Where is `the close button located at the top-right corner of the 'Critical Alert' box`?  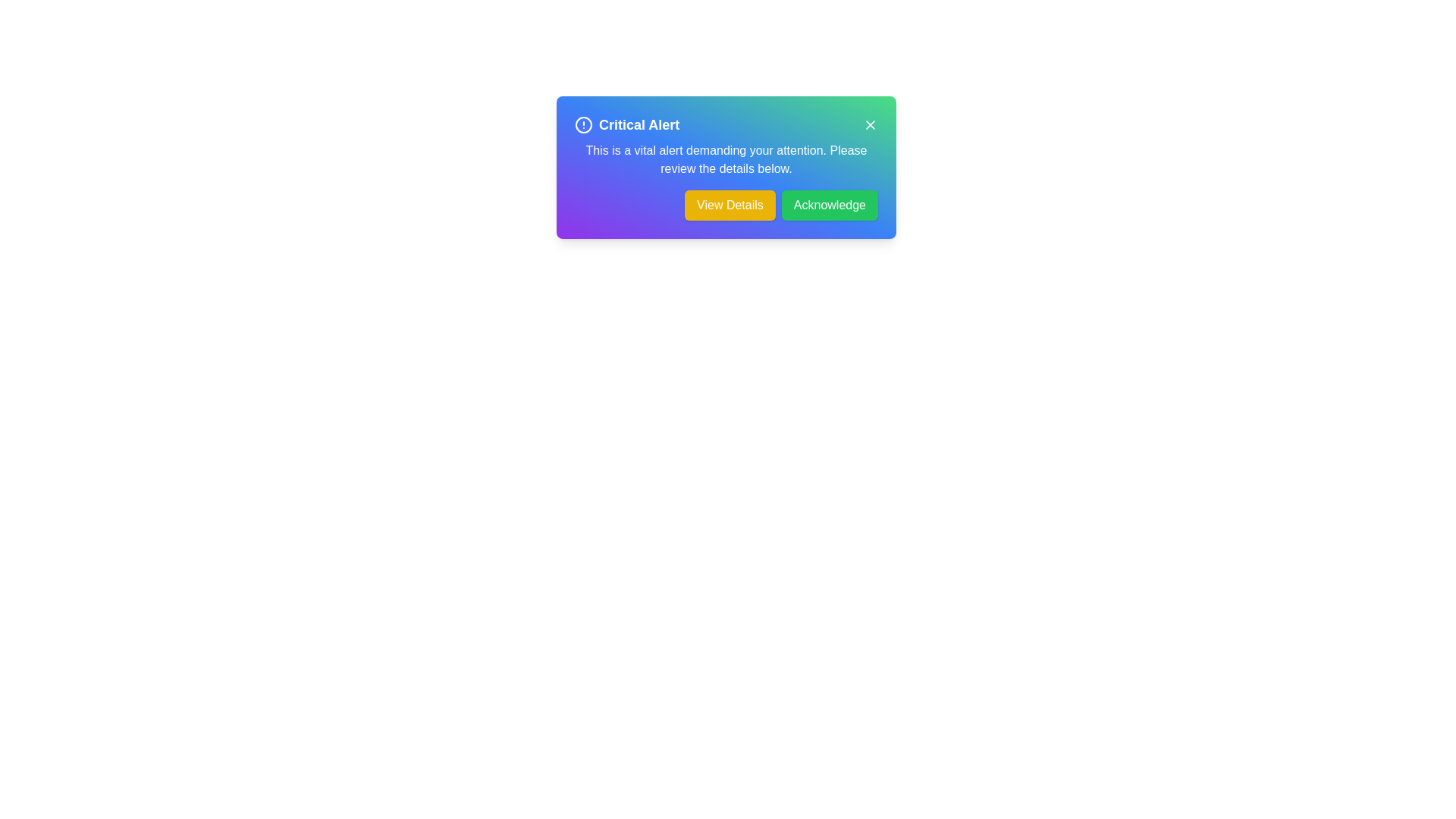 the close button located at the top-right corner of the 'Critical Alert' box is located at coordinates (870, 124).